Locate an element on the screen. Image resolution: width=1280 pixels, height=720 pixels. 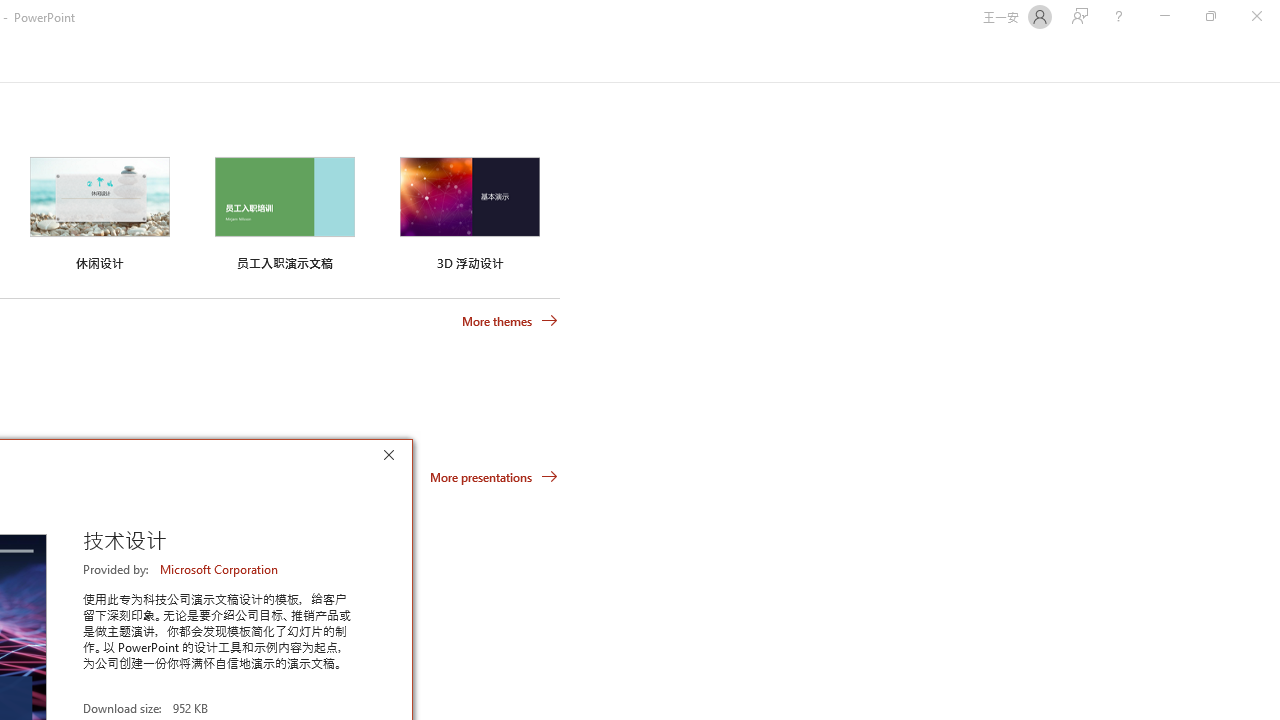
'More themes' is located at coordinates (510, 320).